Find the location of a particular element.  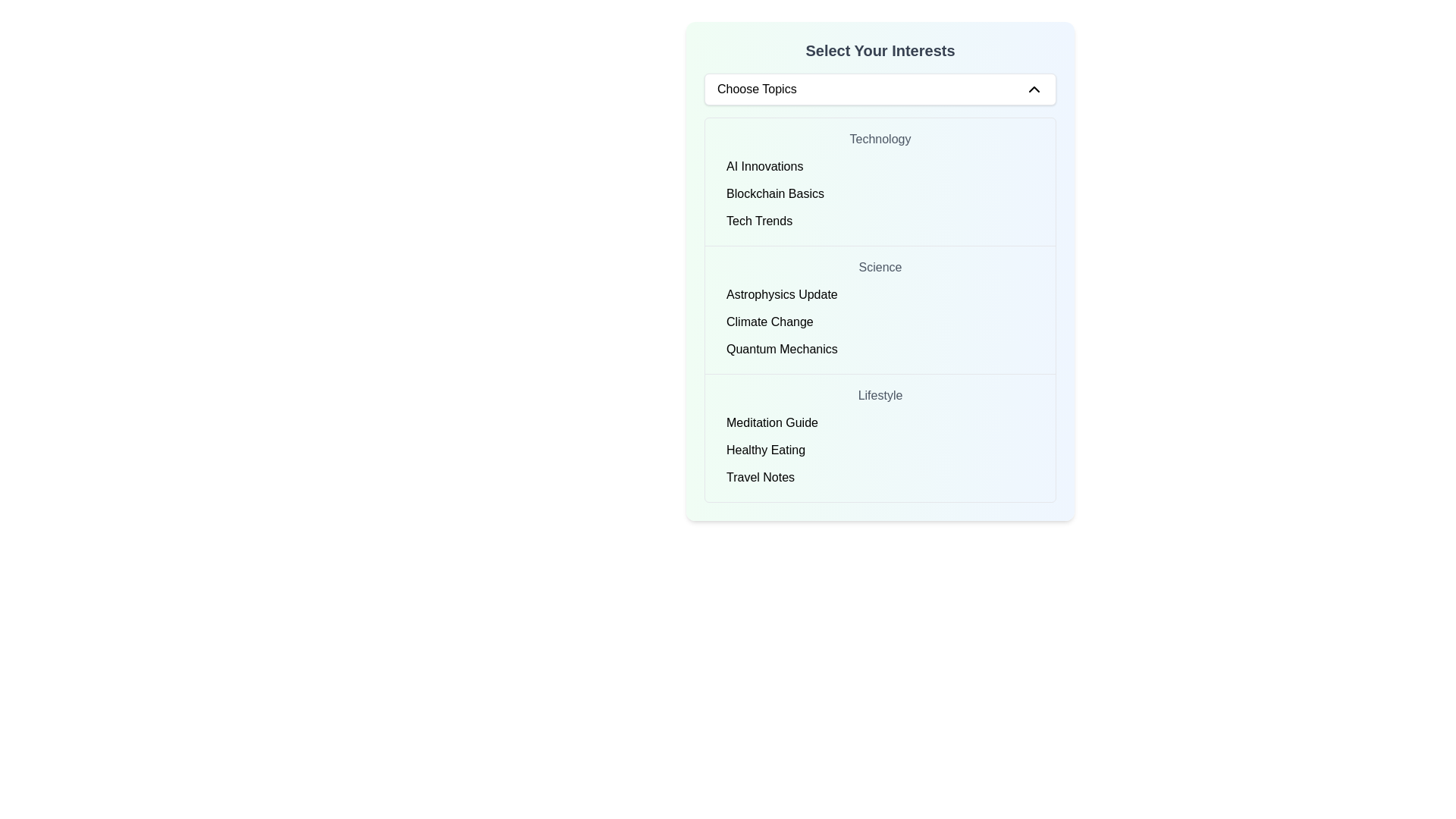

the text label displaying the word 'Lifestyle', which is styled in medium-weight gray font and positioned above 'Meditation Guide' is located at coordinates (880, 394).